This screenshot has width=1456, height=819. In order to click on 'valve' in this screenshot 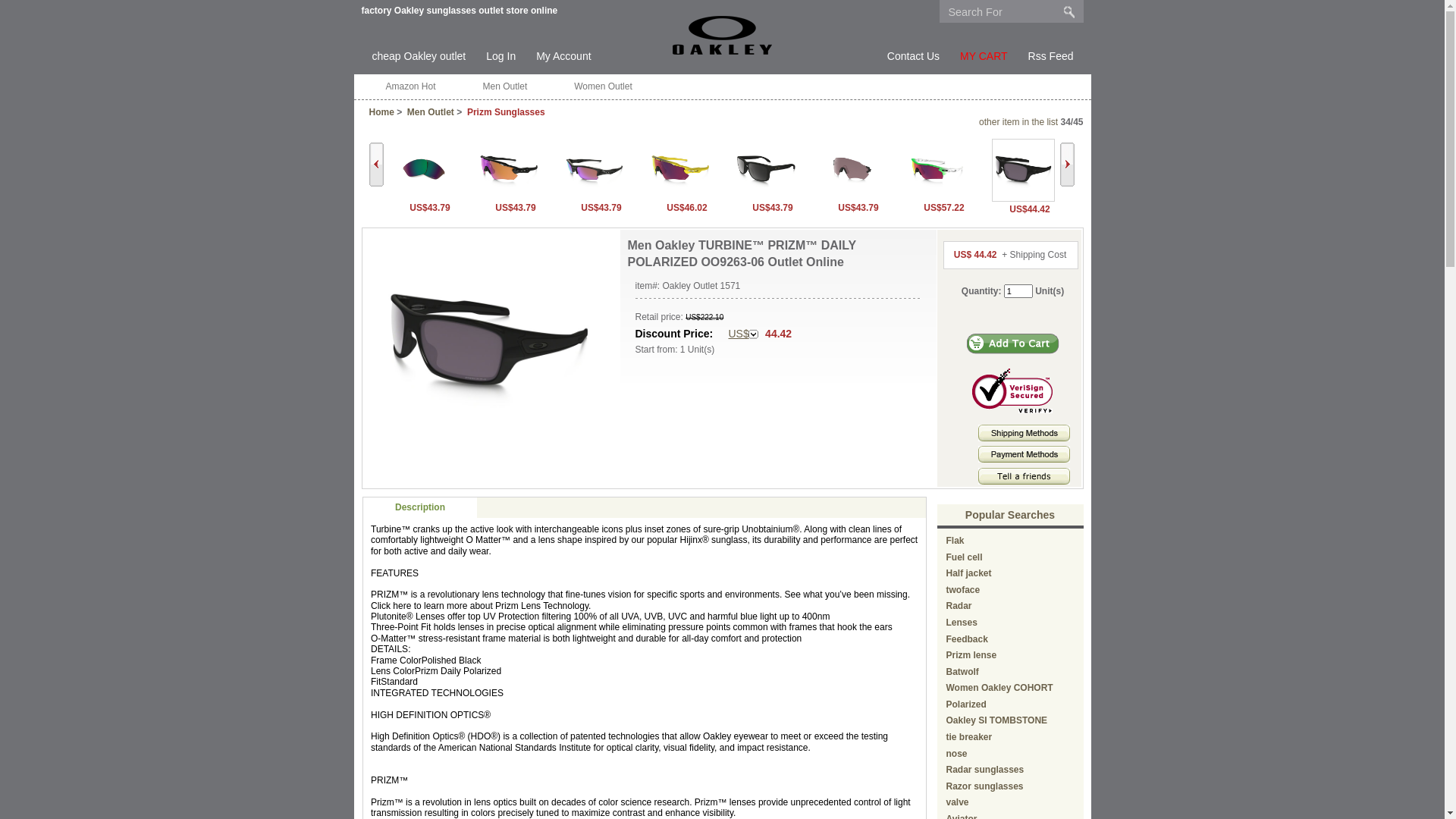, I will do `click(956, 801)`.